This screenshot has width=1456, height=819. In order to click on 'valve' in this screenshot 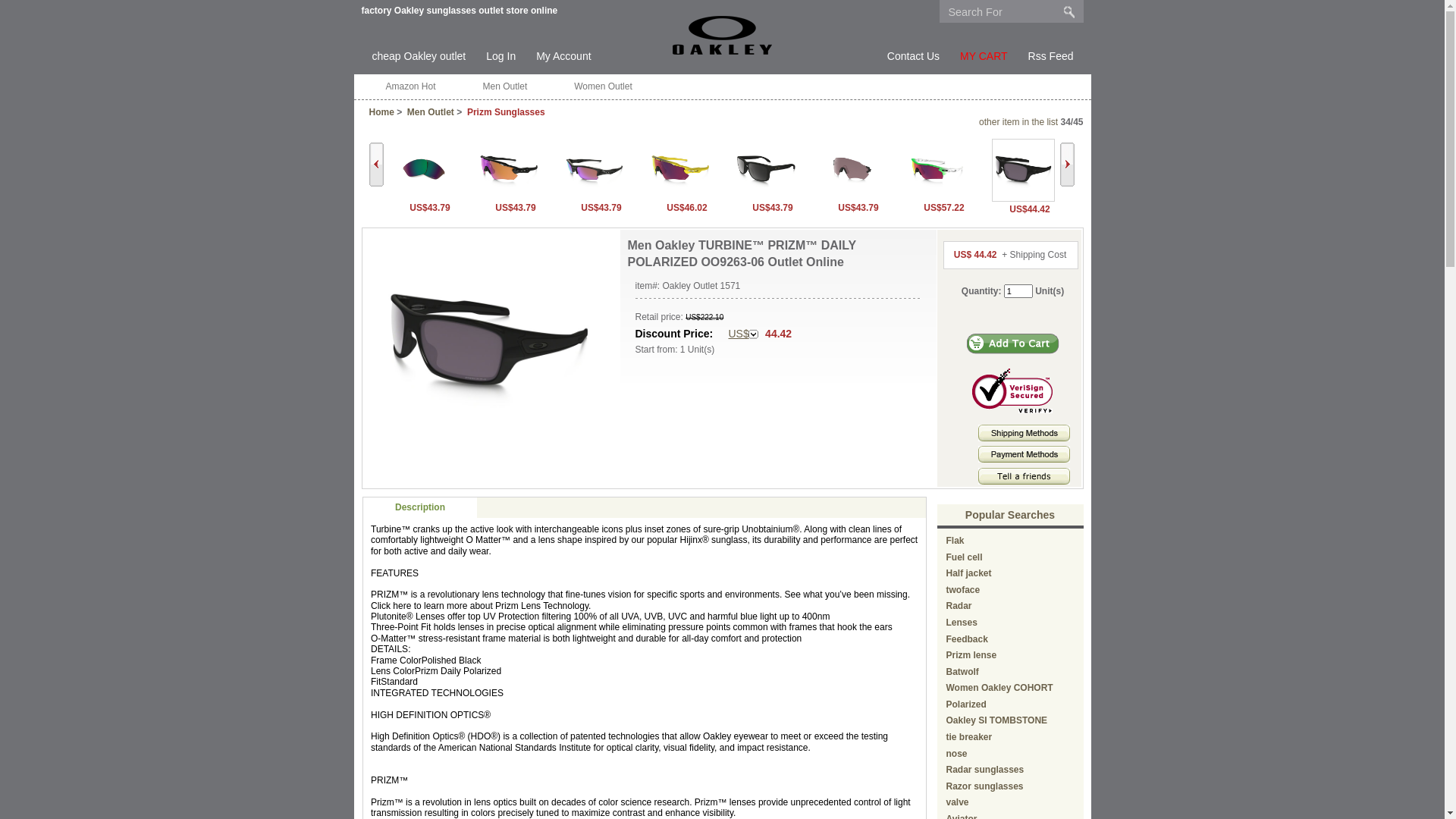, I will do `click(956, 801)`.